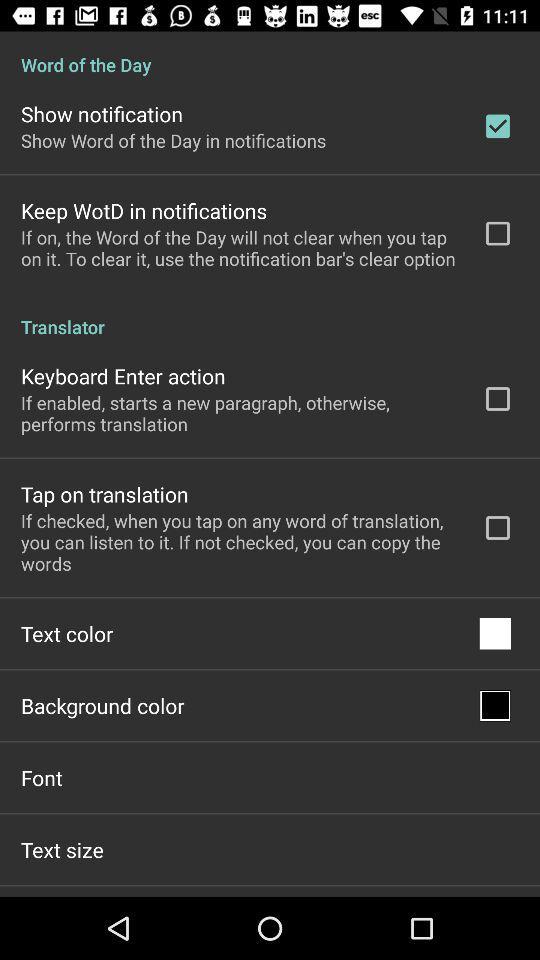 The image size is (540, 960). I want to click on icon below the background color icon, so click(41, 776).